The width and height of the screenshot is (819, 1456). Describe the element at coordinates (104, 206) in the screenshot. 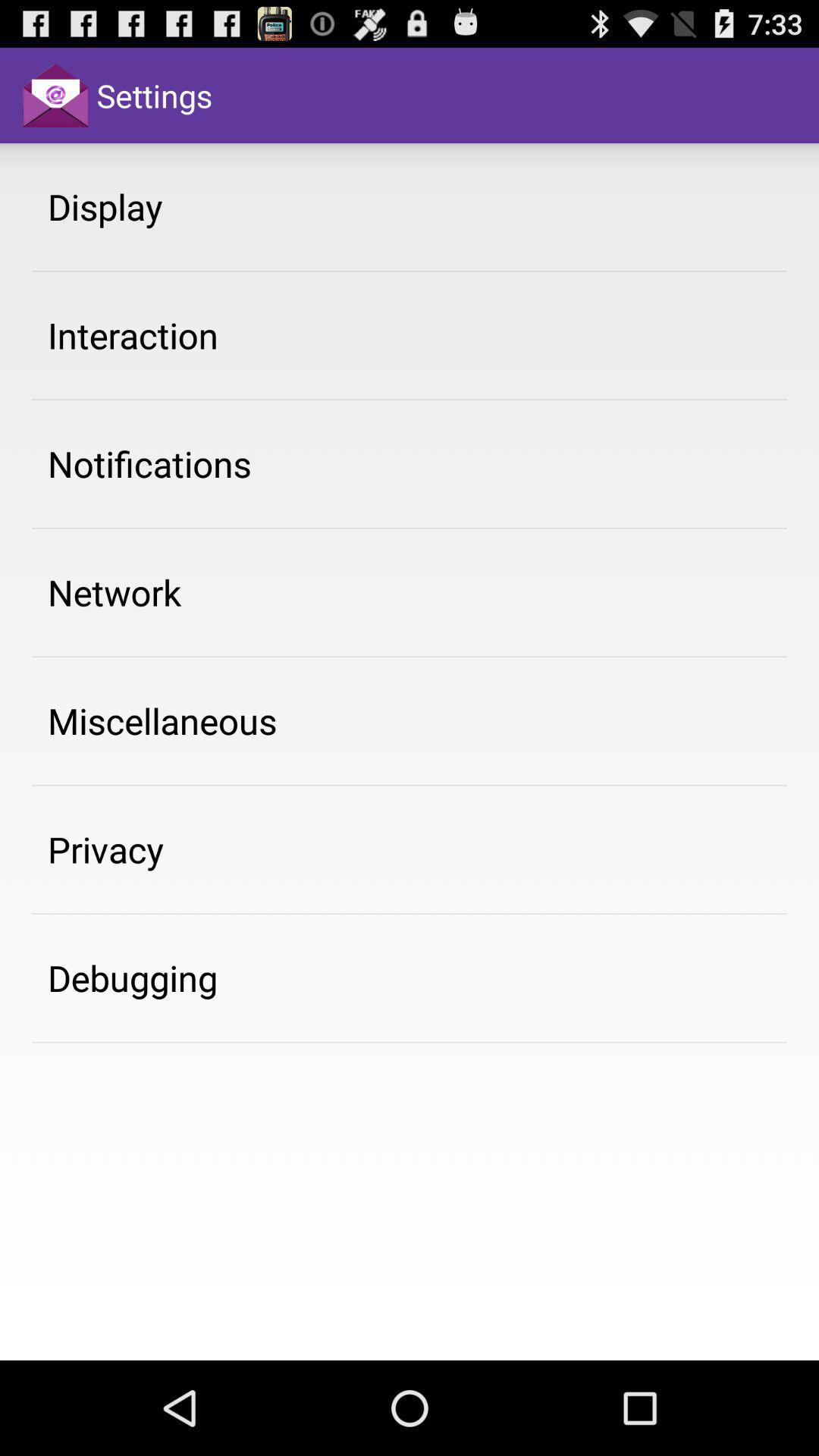

I see `display icon` at that location.